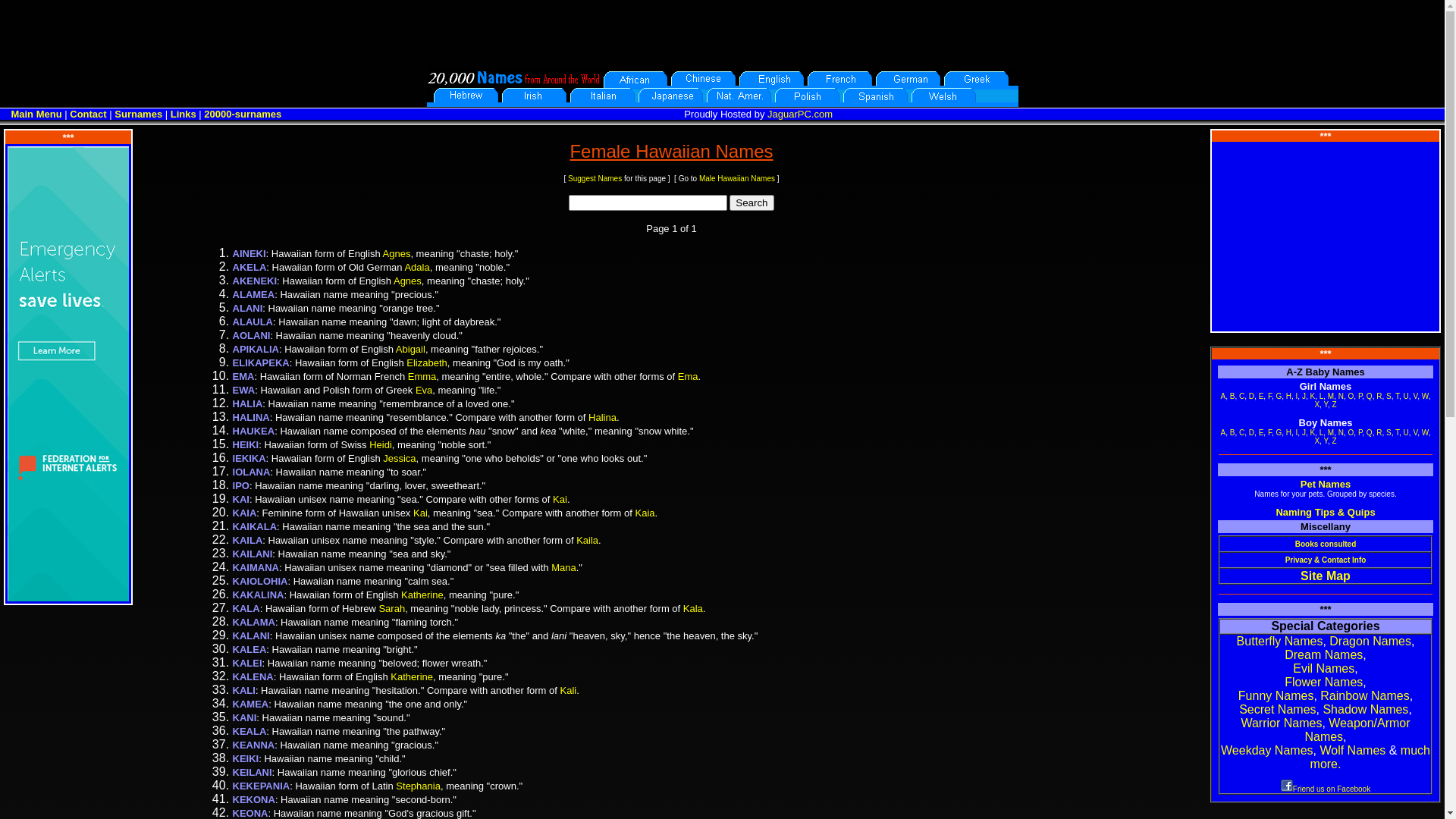 The height and width of the screenshot is (819, 1456). I want to click on 'Y', so click(1325, 441).